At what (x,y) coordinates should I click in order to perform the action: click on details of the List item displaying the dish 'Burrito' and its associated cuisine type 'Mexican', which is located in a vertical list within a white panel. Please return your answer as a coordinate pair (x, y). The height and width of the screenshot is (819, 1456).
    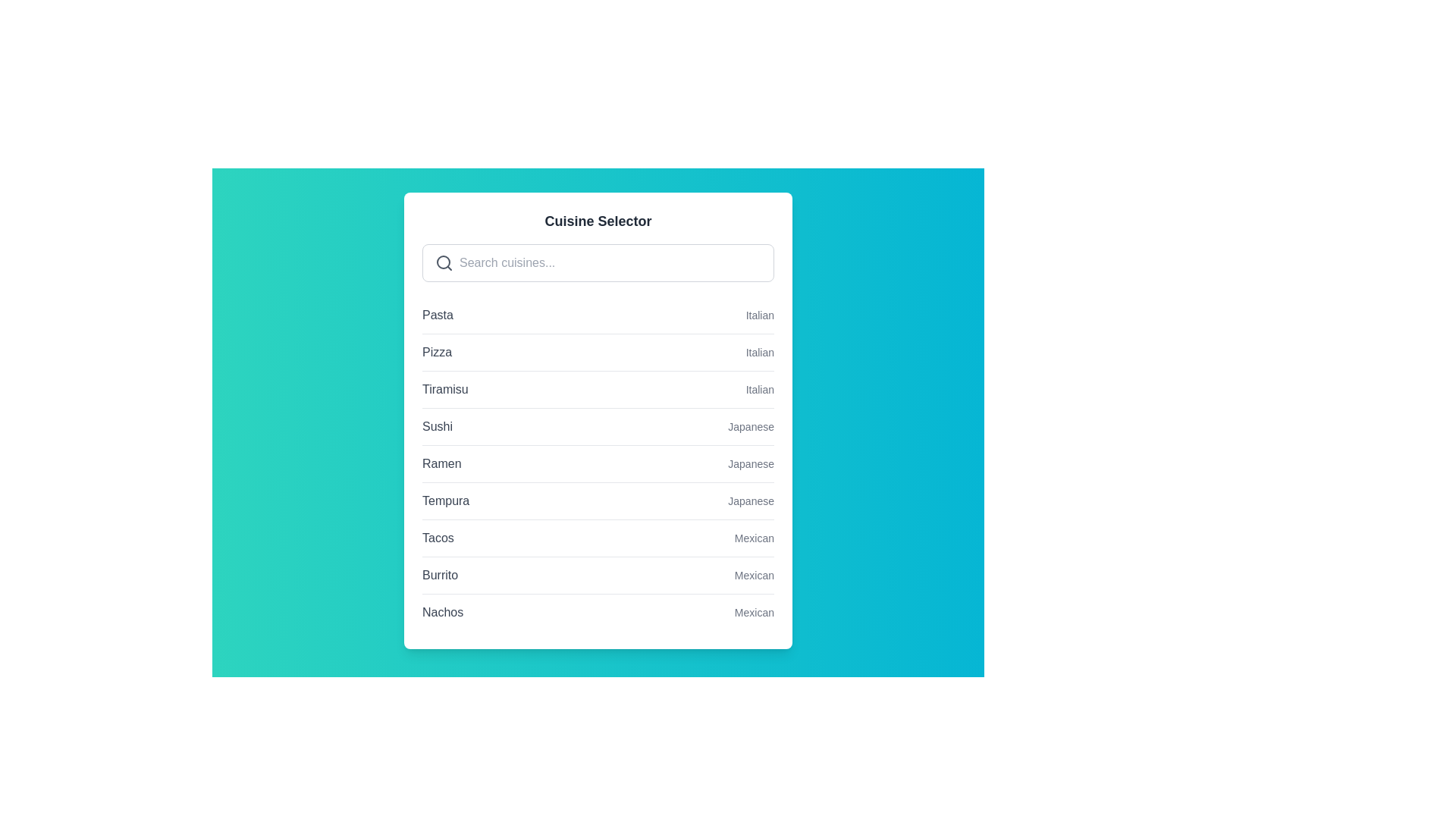
    Looking at the image, I should click on (597, 575).